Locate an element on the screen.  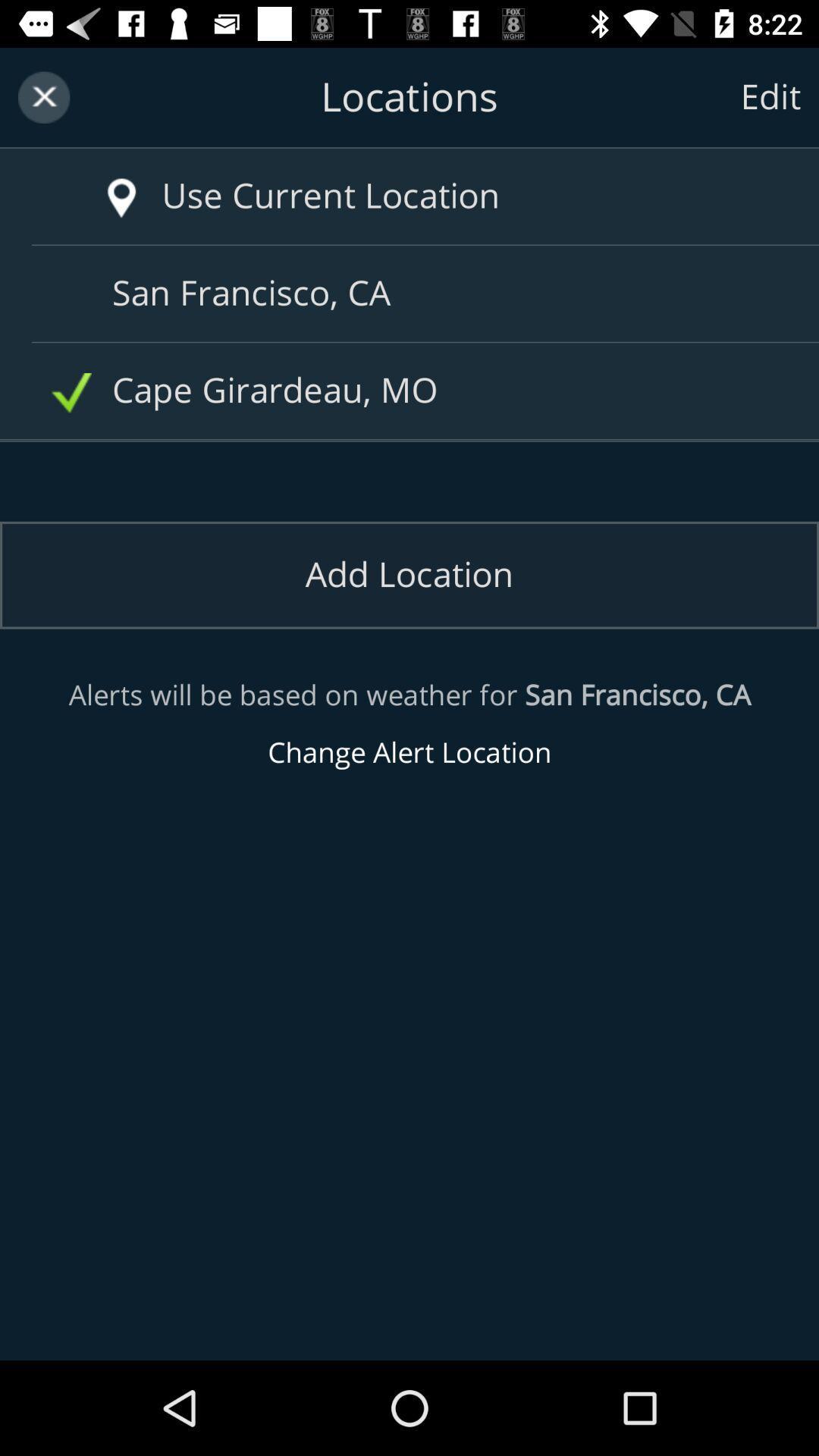
the tick icon is located at coordinates (71, 393).